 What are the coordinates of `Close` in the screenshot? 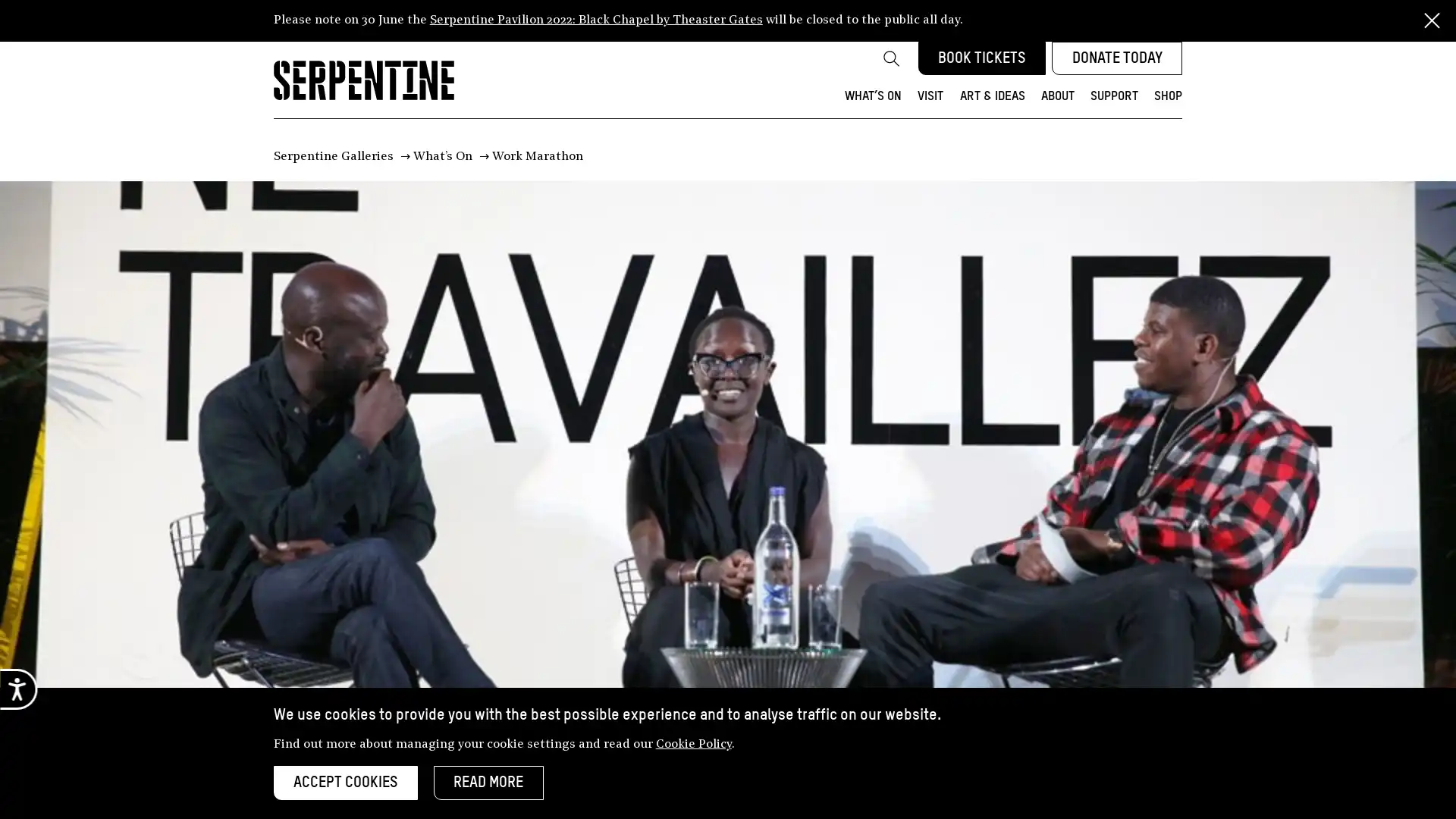 It's located at (1430, 20).